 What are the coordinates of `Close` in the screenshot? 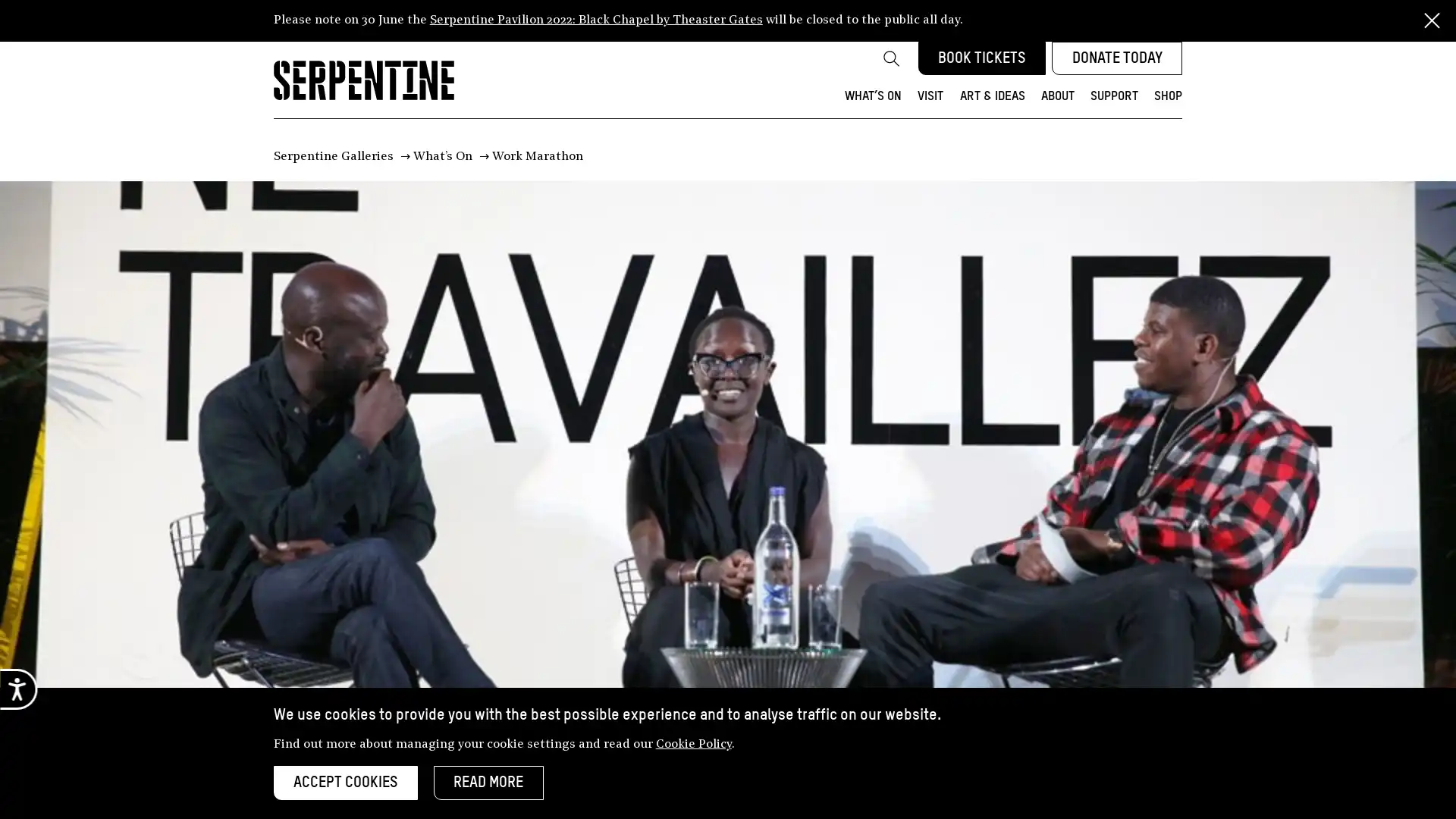 It's located at (1430, 20).